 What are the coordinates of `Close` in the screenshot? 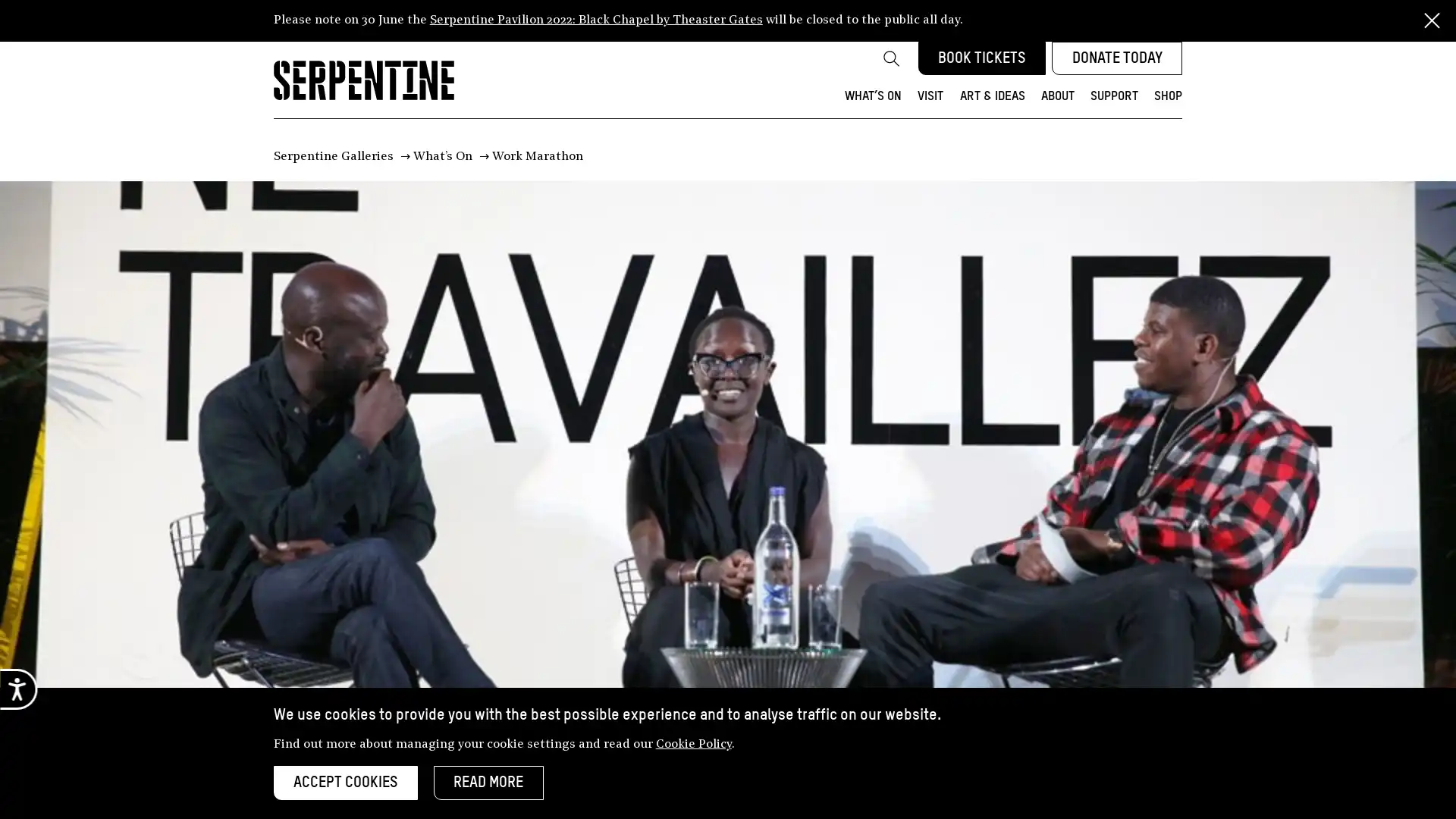 It's located at (1430, 20).